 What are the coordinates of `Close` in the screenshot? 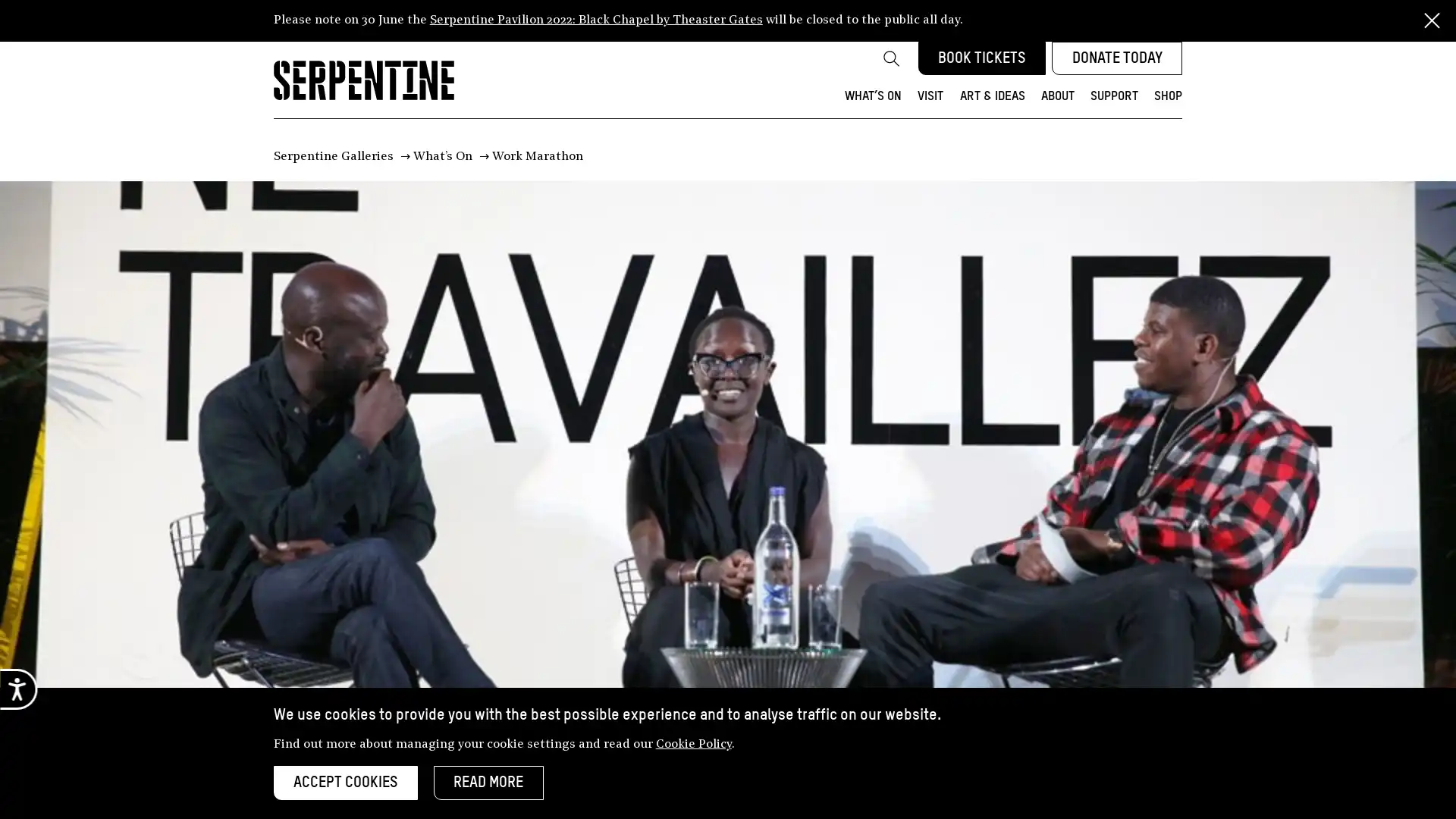 It's located at (1430, 20).